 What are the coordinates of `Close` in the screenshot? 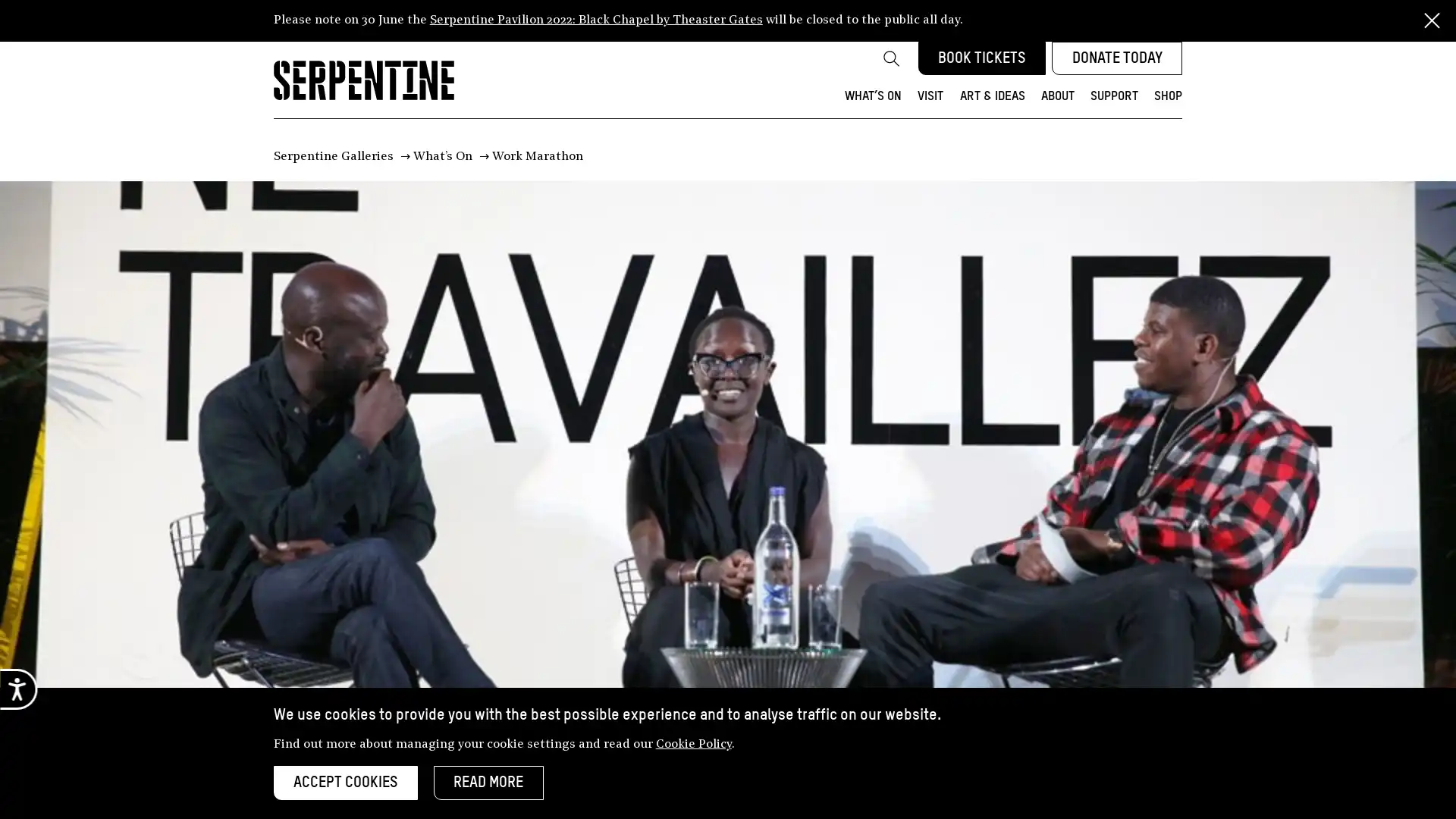 It's located at (1430, 20).